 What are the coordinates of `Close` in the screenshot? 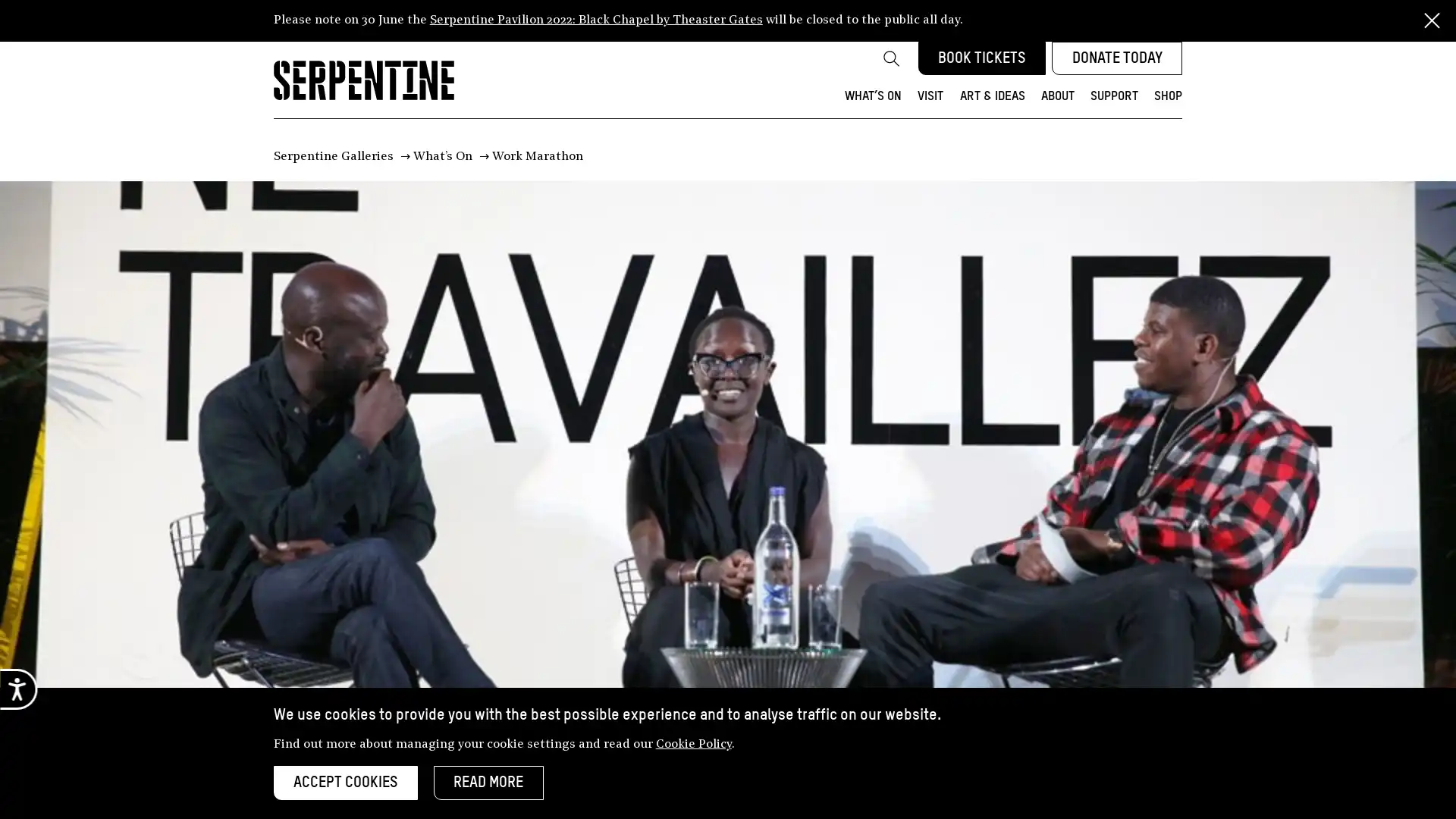 It's located at (1430, 20).